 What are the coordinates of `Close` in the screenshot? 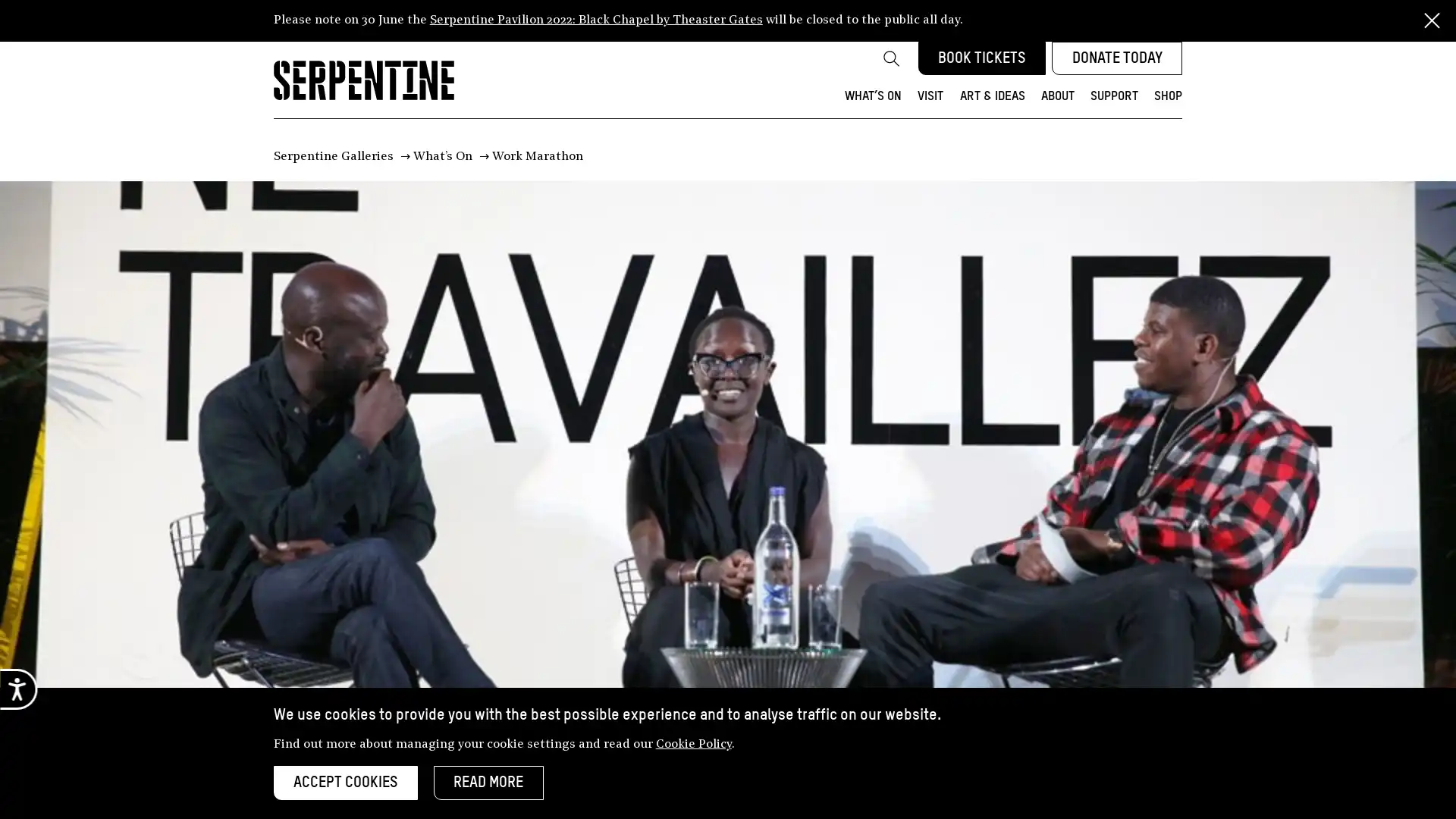 It's located at (1430, 20).